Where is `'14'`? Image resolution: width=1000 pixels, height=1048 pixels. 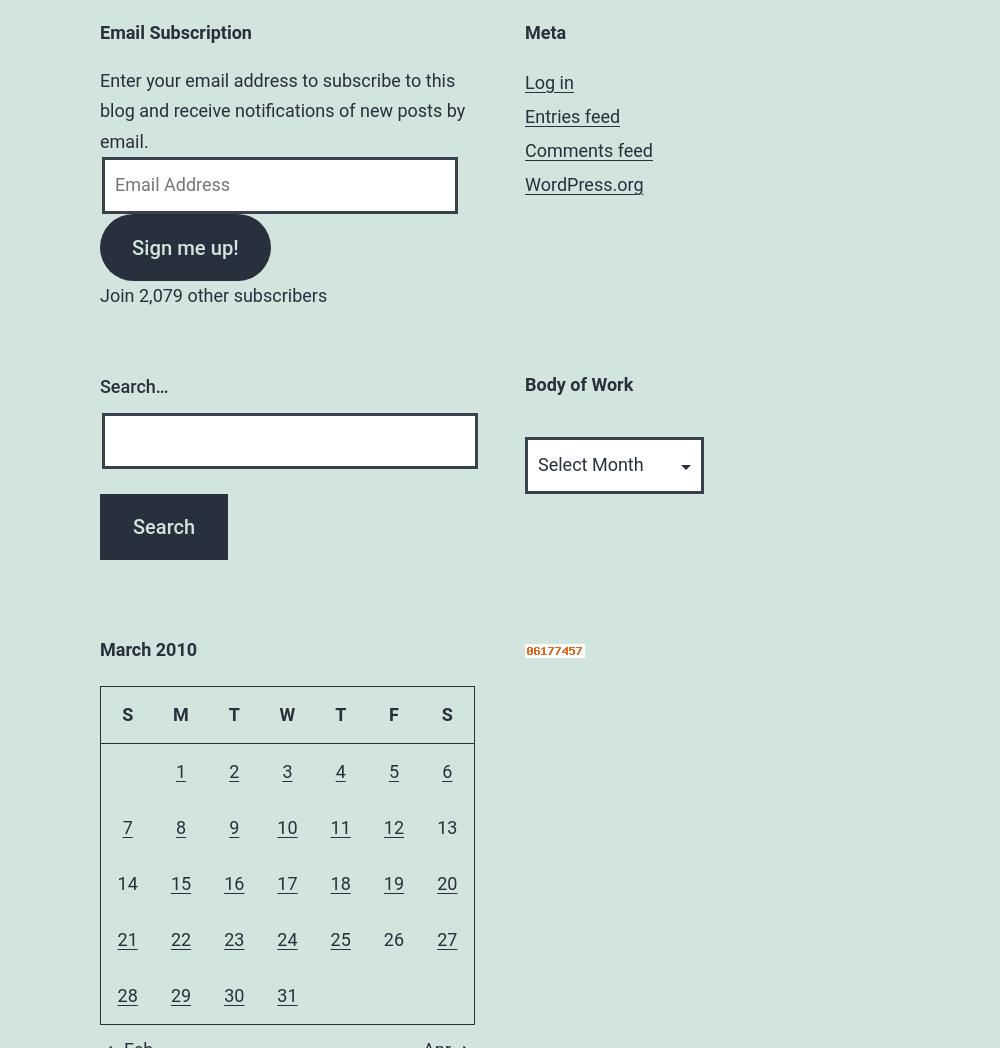
'14' is located at coordinates (127, 881).